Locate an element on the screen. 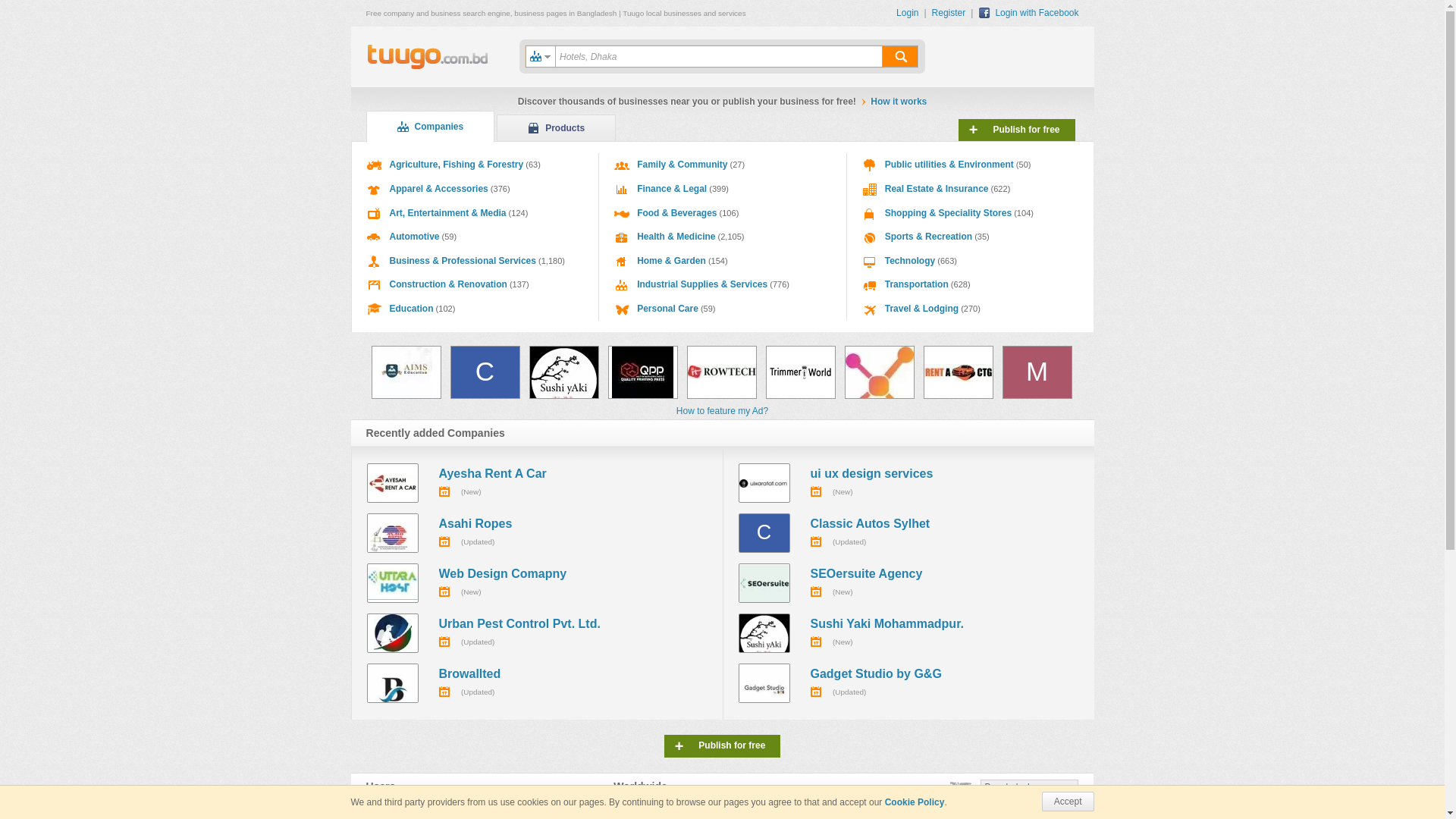 The height and width of the screenshot is (819, 1456). ' Real Estate & Insurance (622)' is located at coordinates (971, 189).